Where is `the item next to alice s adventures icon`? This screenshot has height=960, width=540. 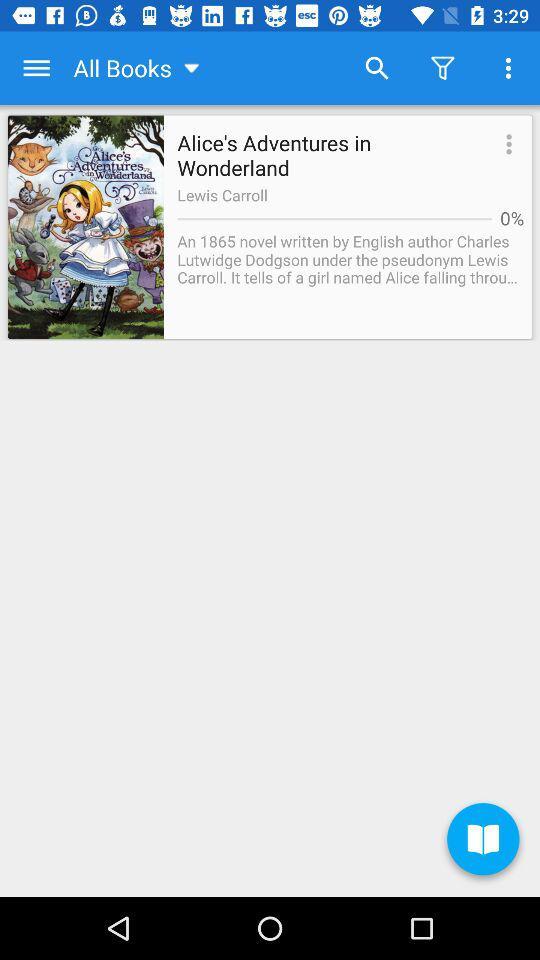 the item next to alice s adventures icon is located at coordinates (504, 145).